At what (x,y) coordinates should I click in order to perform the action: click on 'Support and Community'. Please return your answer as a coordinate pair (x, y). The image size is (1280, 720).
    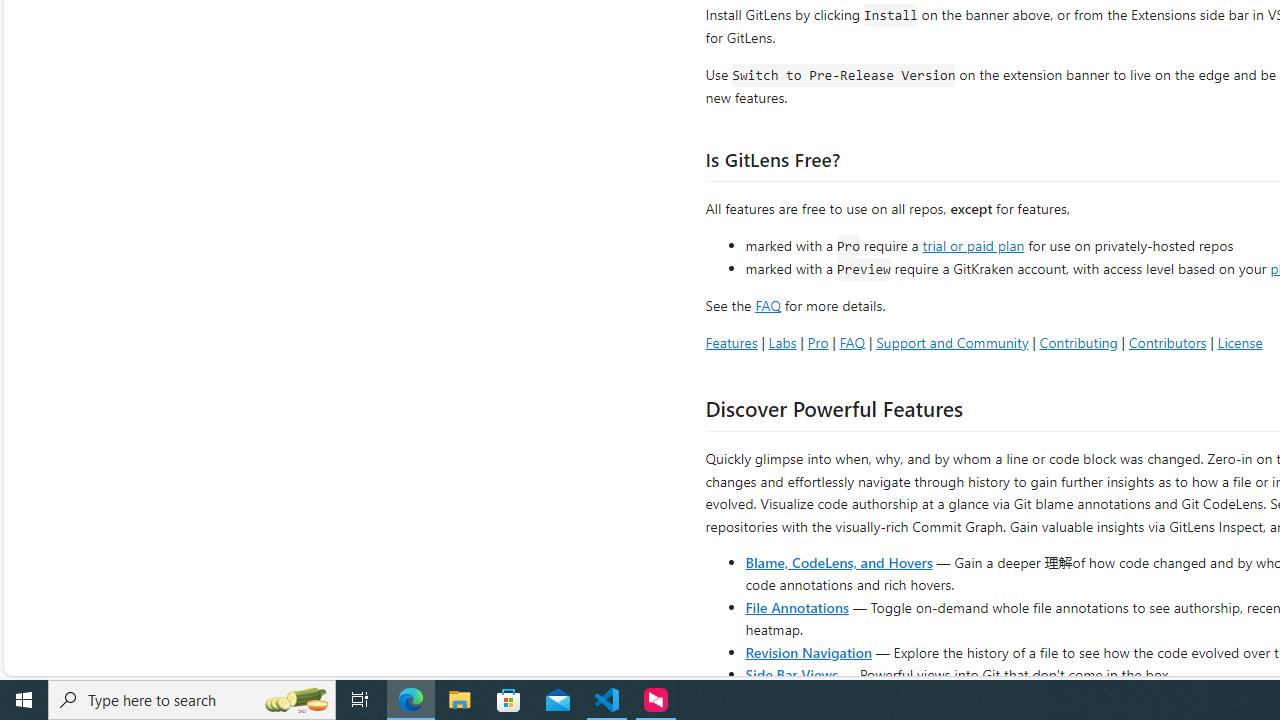
    Looking at the image, I should click on (951, 341).